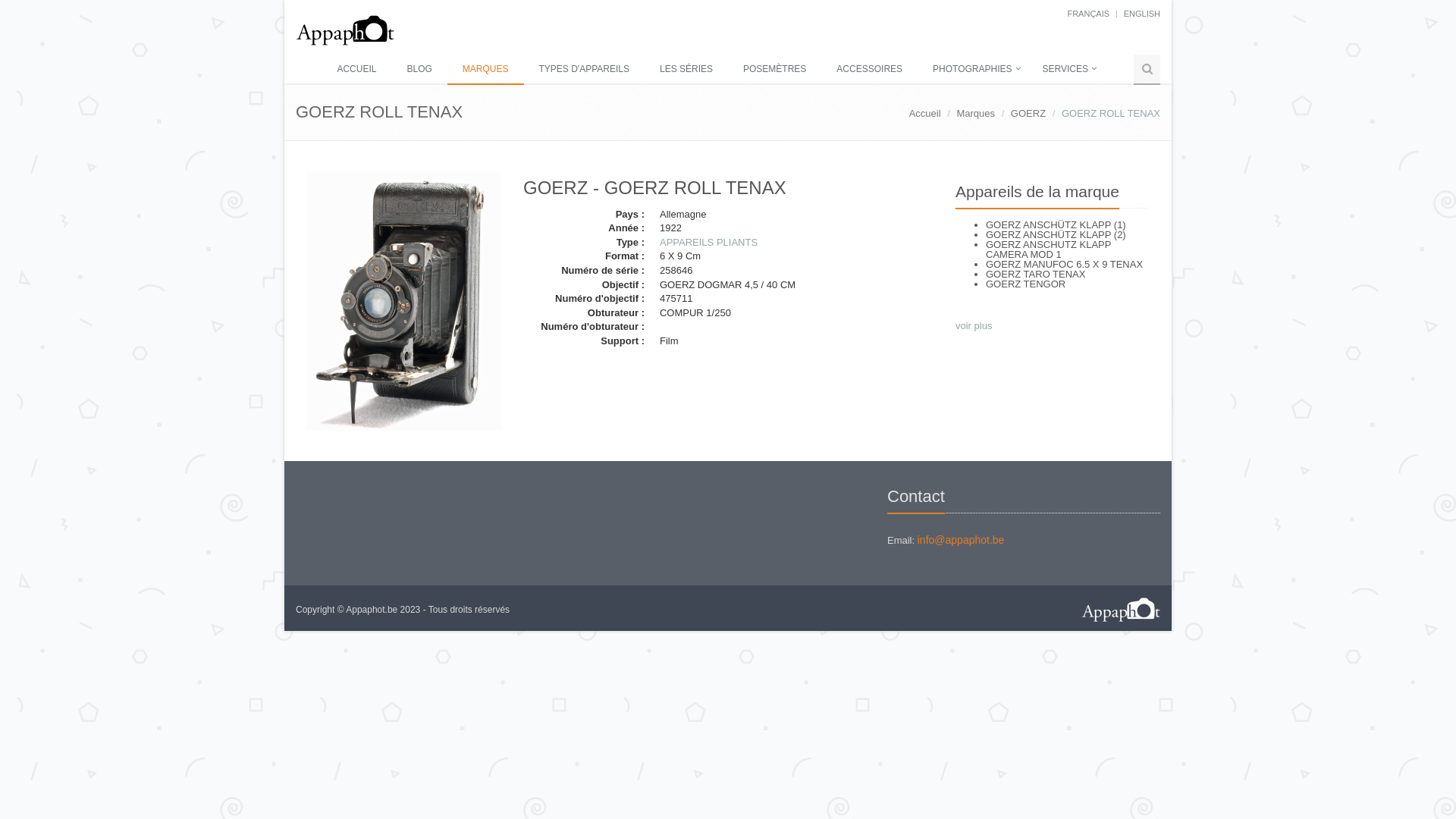 Image resolution: width=1456 pixels, height=819 pixels. Describe the element at coordinates (909, 112) in the screenshot. I see `'Accueil'` at that location.